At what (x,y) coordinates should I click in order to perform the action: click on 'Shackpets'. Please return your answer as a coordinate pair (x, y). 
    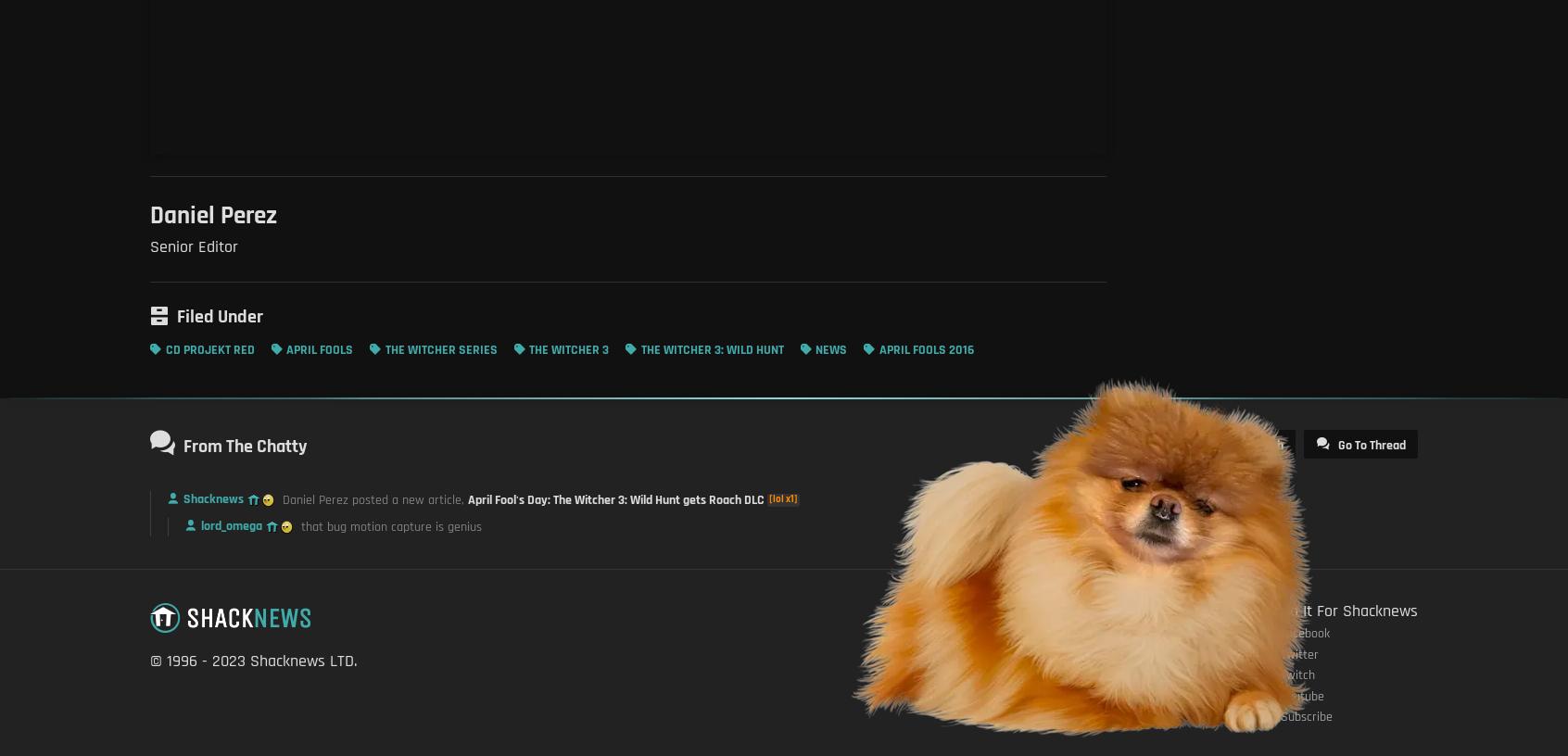
    Looking at the image, I should click on (1145, 653).